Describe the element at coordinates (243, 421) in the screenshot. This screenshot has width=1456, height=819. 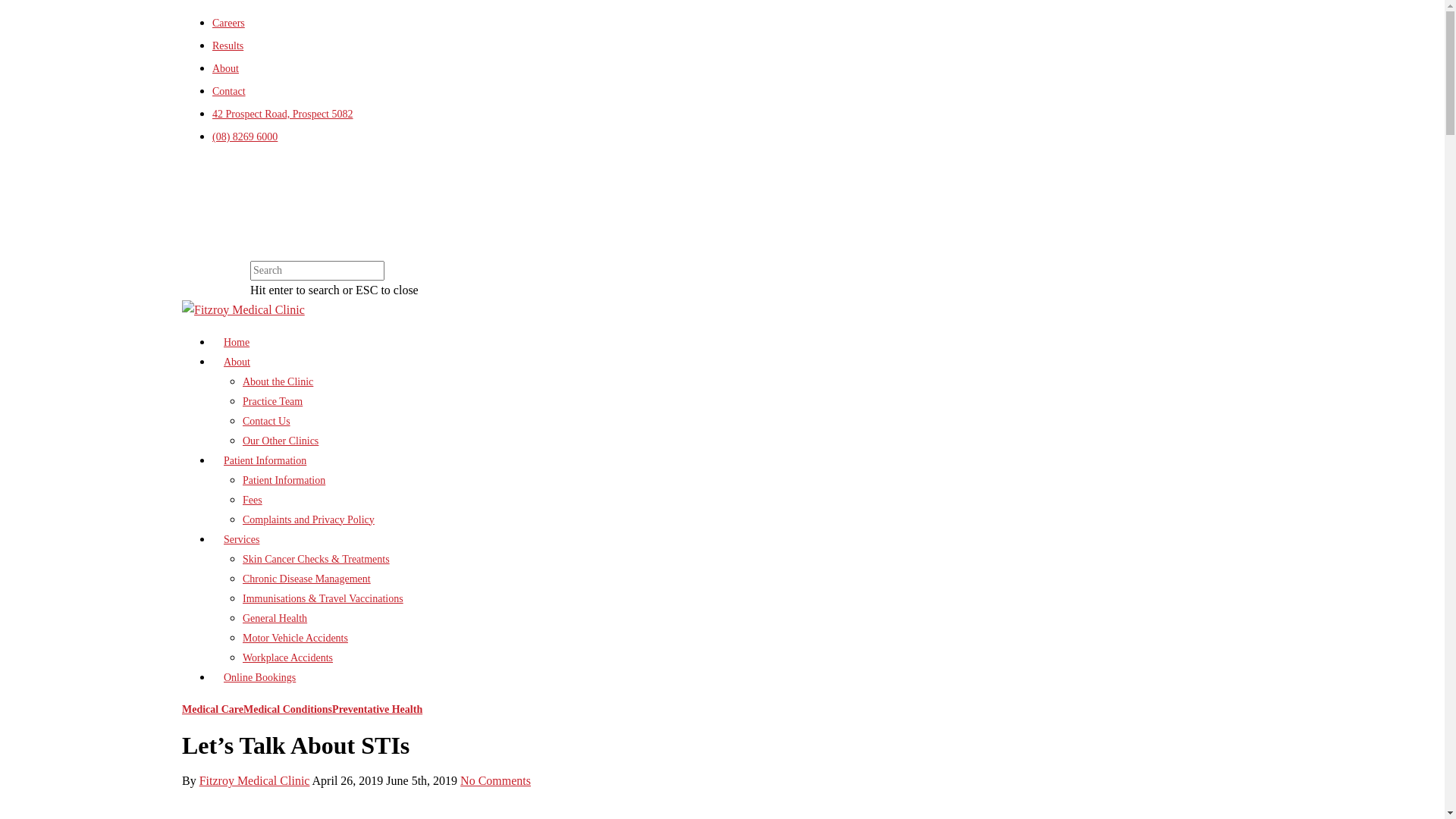
I see `'Contact Us'` at that location.